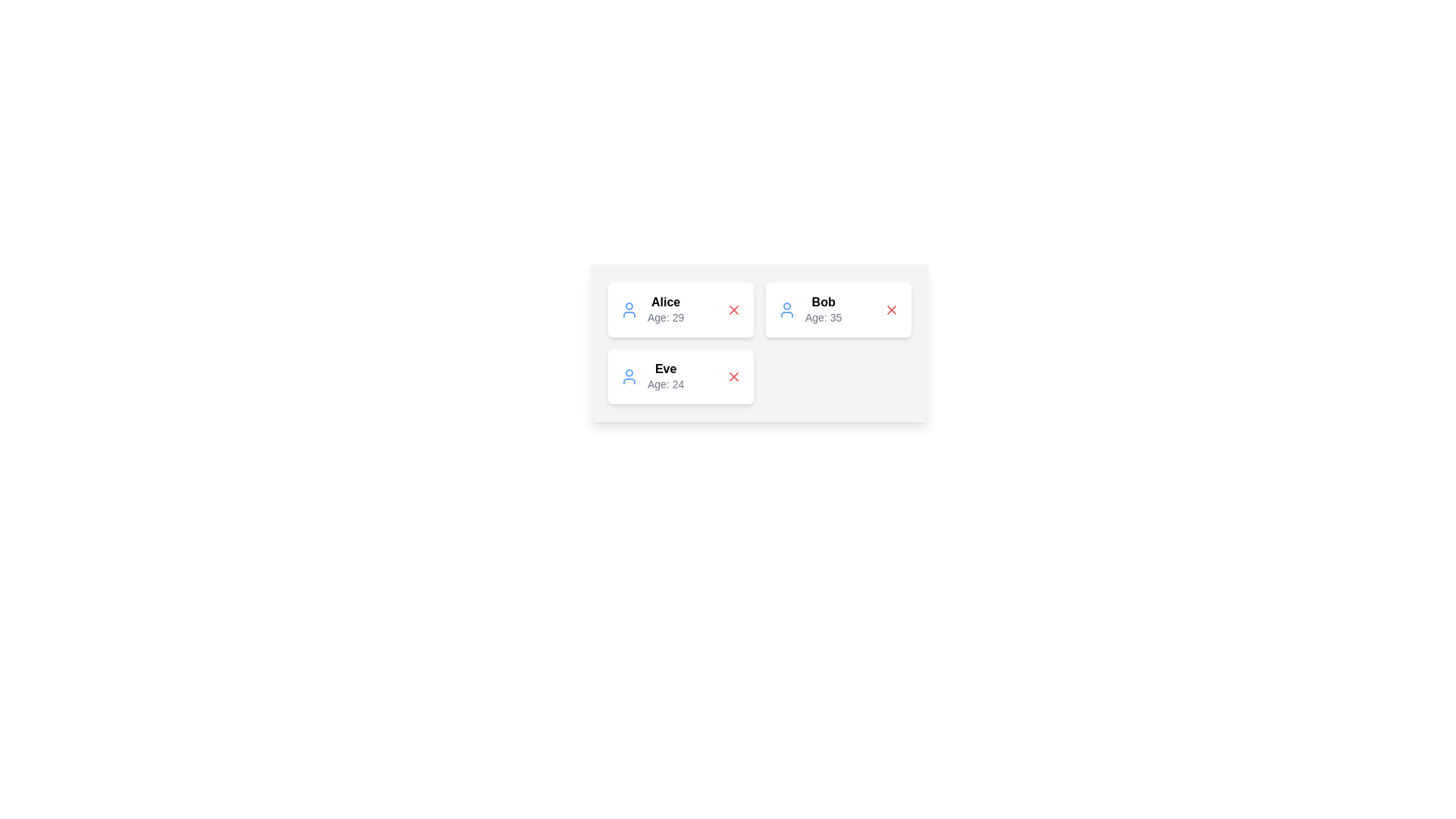 The height and width of the screenshot is (819, 1456). I want to click on the close button for the user card of Eve, so click(734, 376).